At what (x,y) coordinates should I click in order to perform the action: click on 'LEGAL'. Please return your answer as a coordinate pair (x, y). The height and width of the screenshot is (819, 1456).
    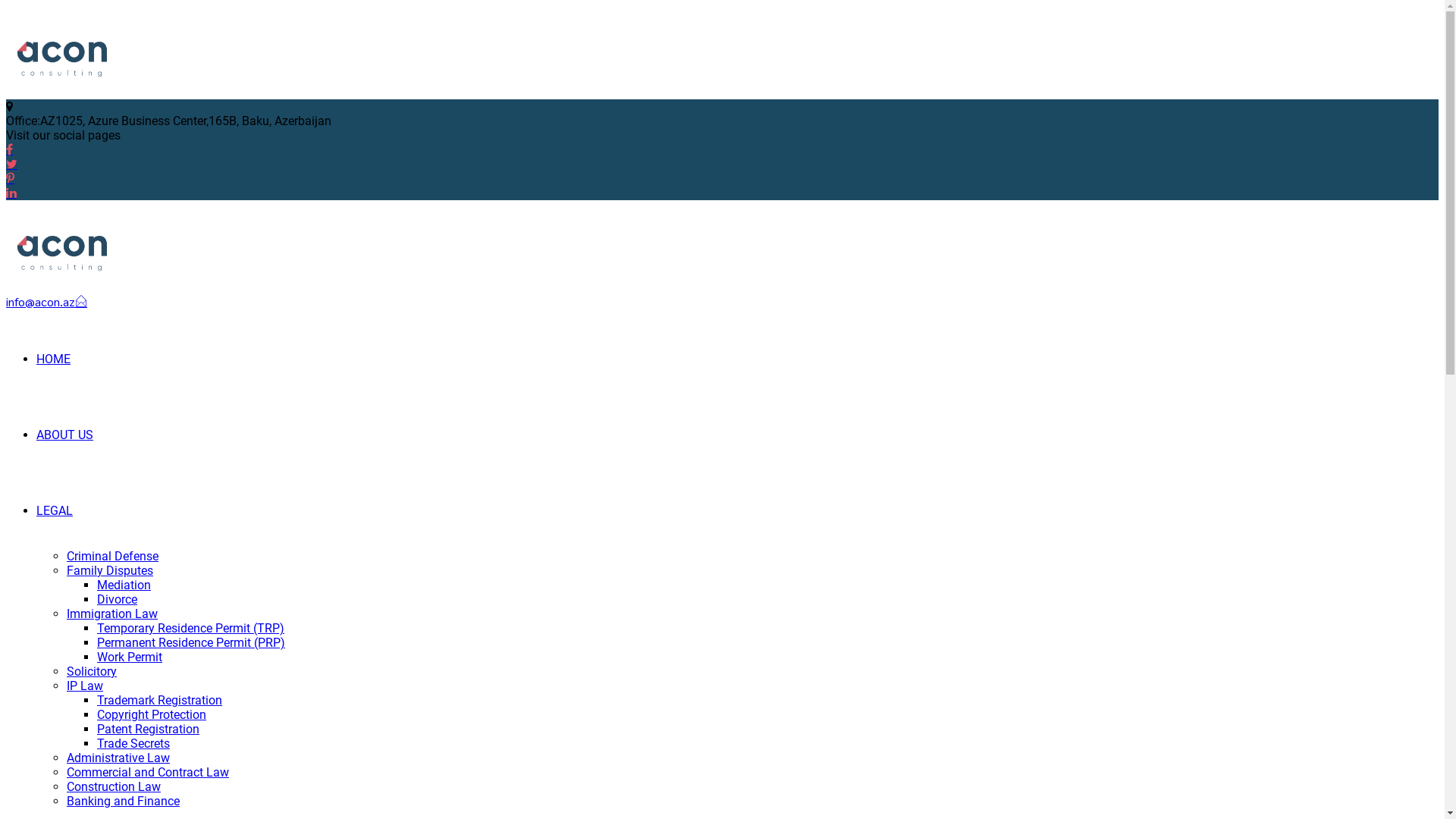
    Looking at the image, I should click on (36, 510).